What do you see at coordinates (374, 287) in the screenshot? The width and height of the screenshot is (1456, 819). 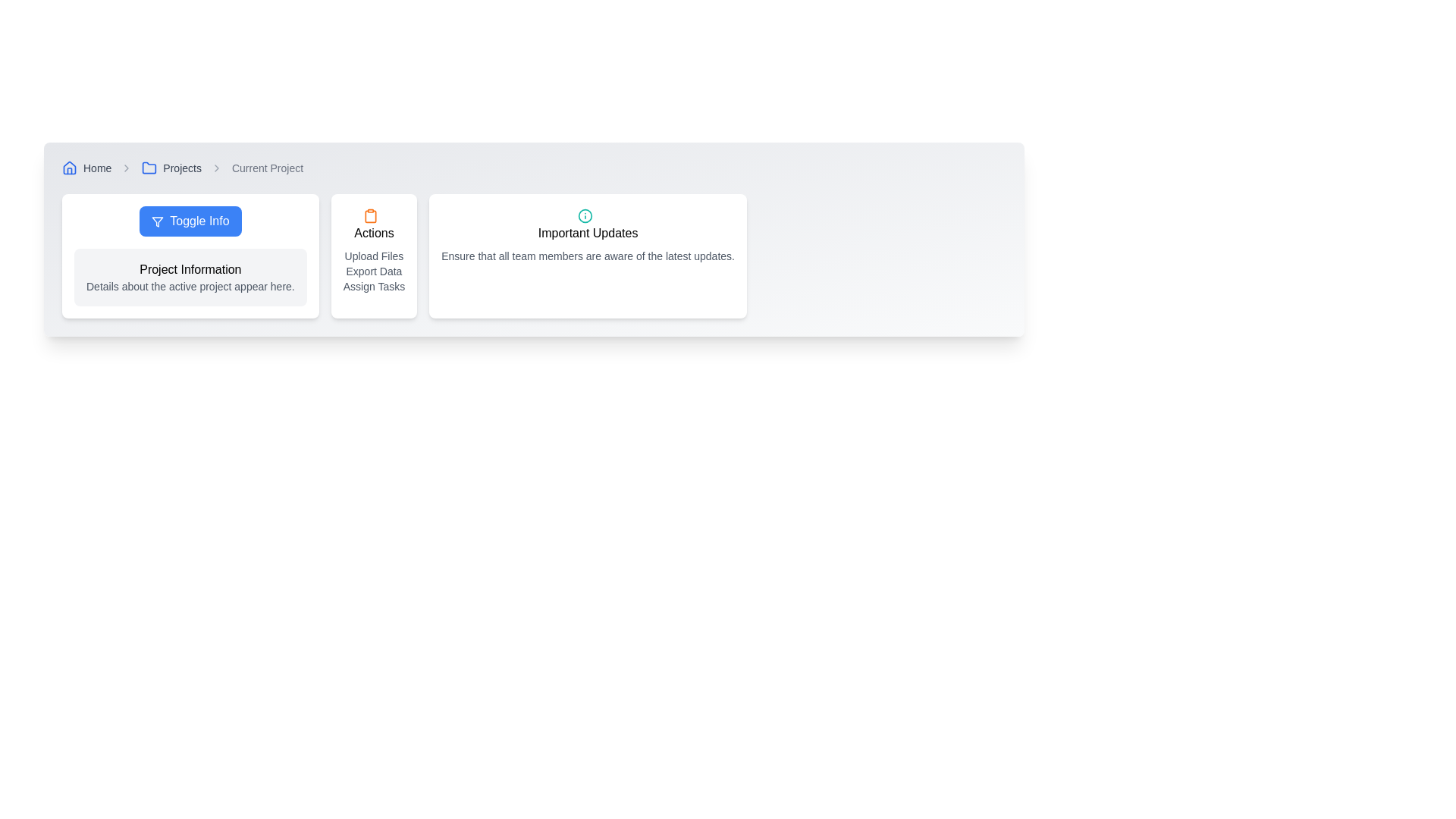 I see `the 'Assign Tasks' text label, which is the third item in the vertically aligned 'Actions' section list` at bounding box center [374, 287].